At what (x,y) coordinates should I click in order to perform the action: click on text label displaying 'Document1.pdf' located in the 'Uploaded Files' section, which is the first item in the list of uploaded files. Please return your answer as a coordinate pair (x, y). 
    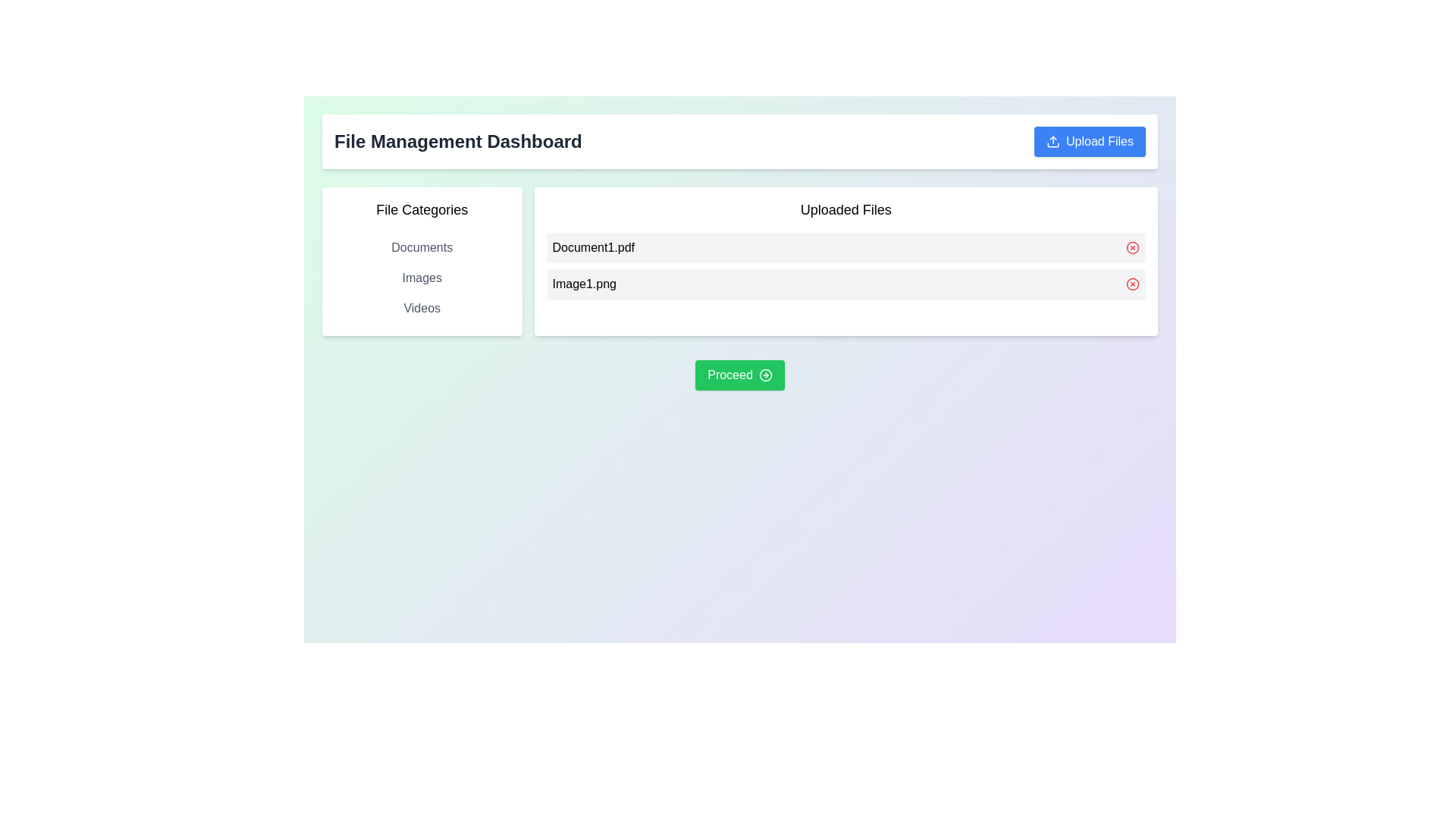
    Looking at the image, I should click on (592, 247).